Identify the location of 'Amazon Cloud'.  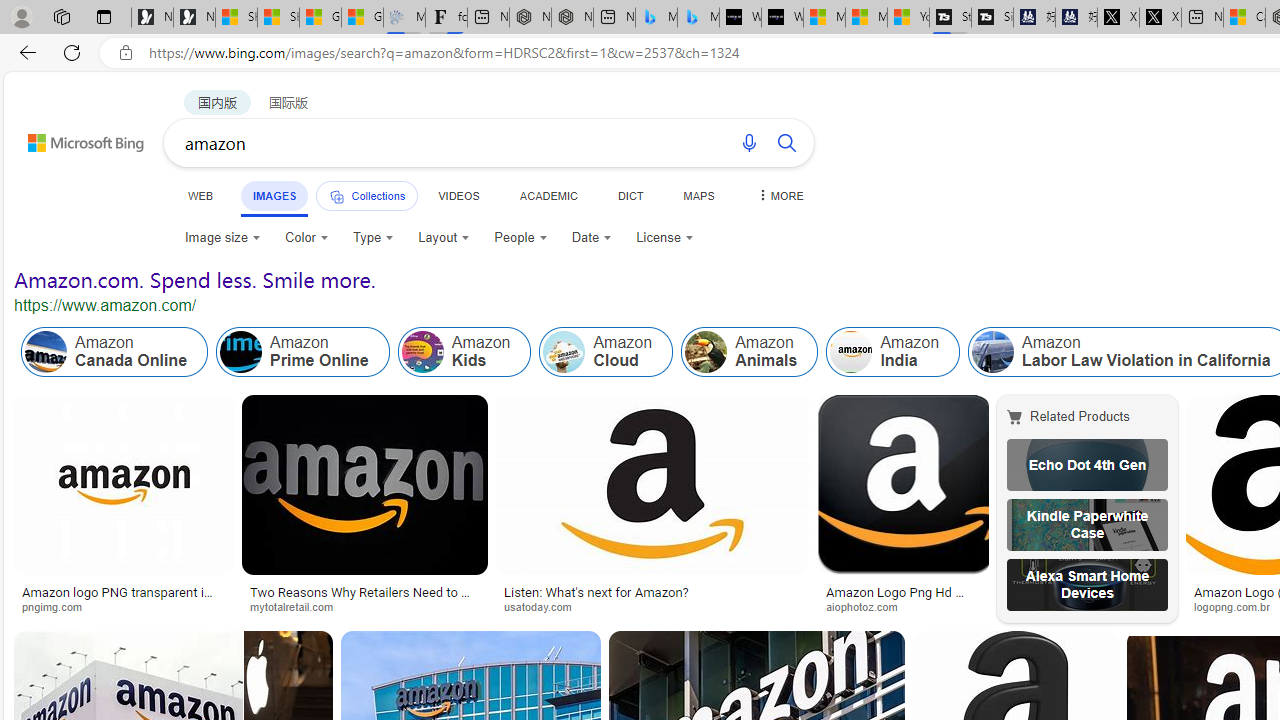
(563, 351).